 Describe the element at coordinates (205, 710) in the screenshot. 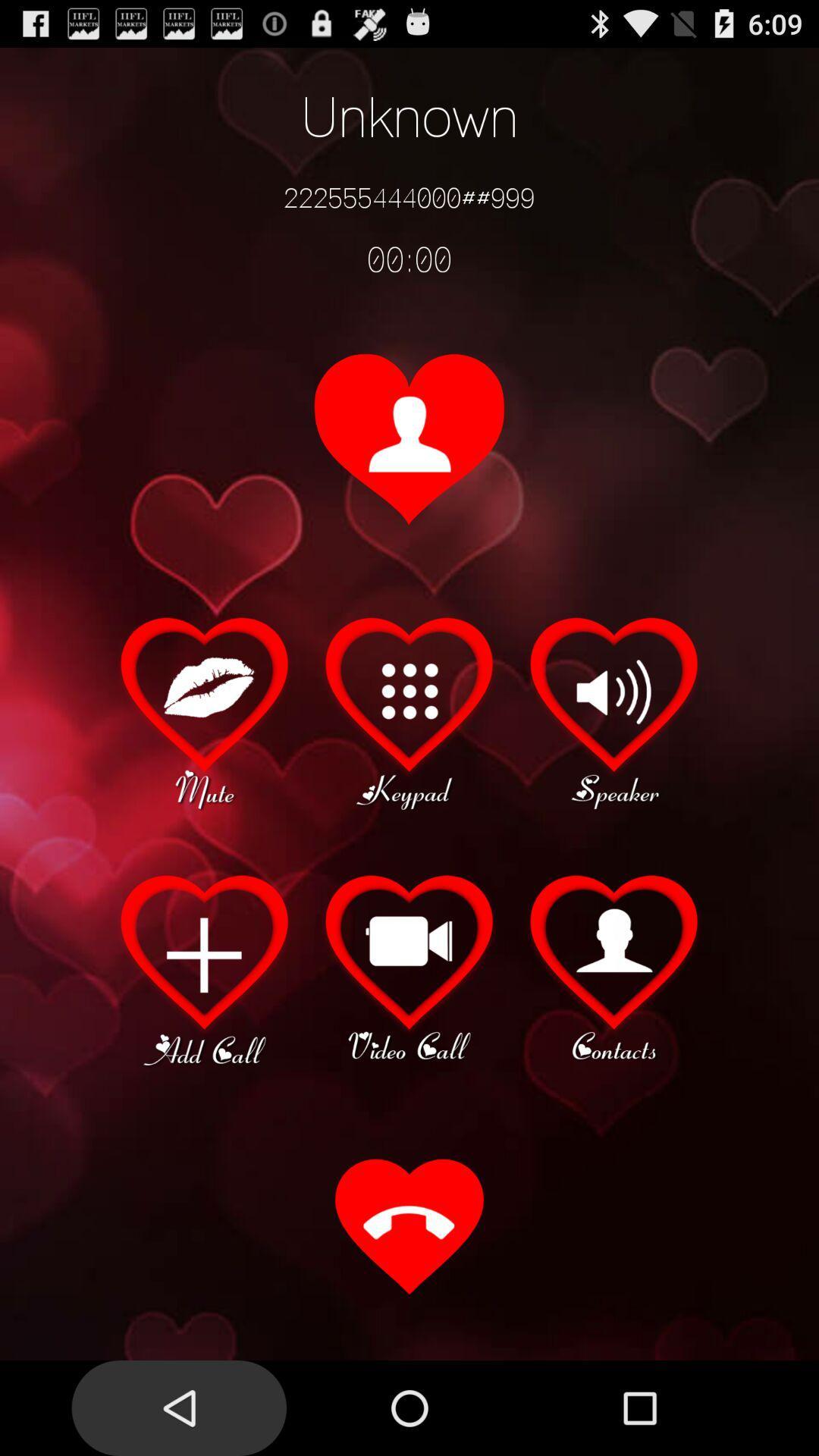

I see `mute option during call` at that location.